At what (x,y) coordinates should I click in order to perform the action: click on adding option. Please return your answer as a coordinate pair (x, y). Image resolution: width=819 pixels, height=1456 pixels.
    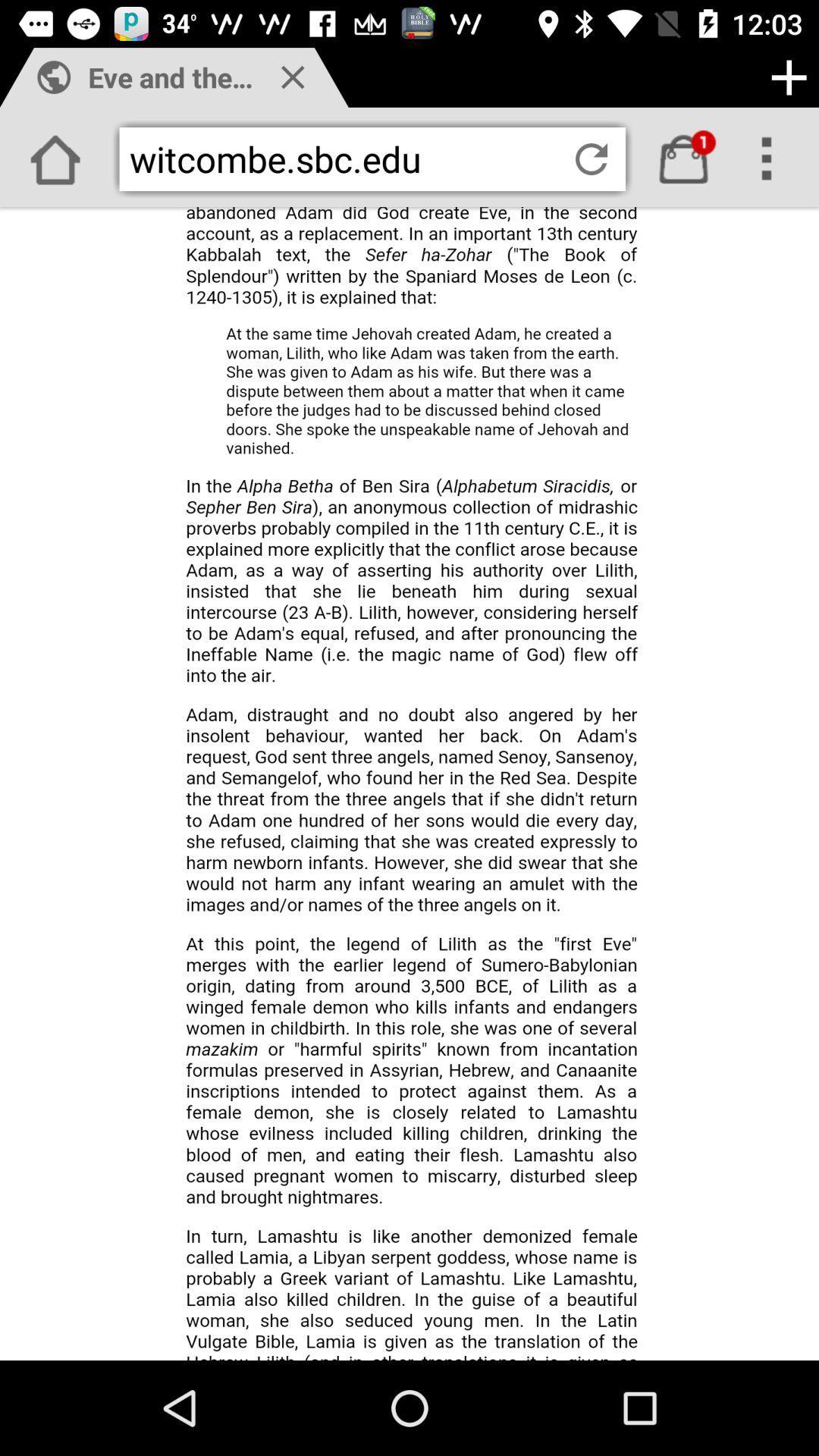
    Looking at the image, I should click on (788, 77).